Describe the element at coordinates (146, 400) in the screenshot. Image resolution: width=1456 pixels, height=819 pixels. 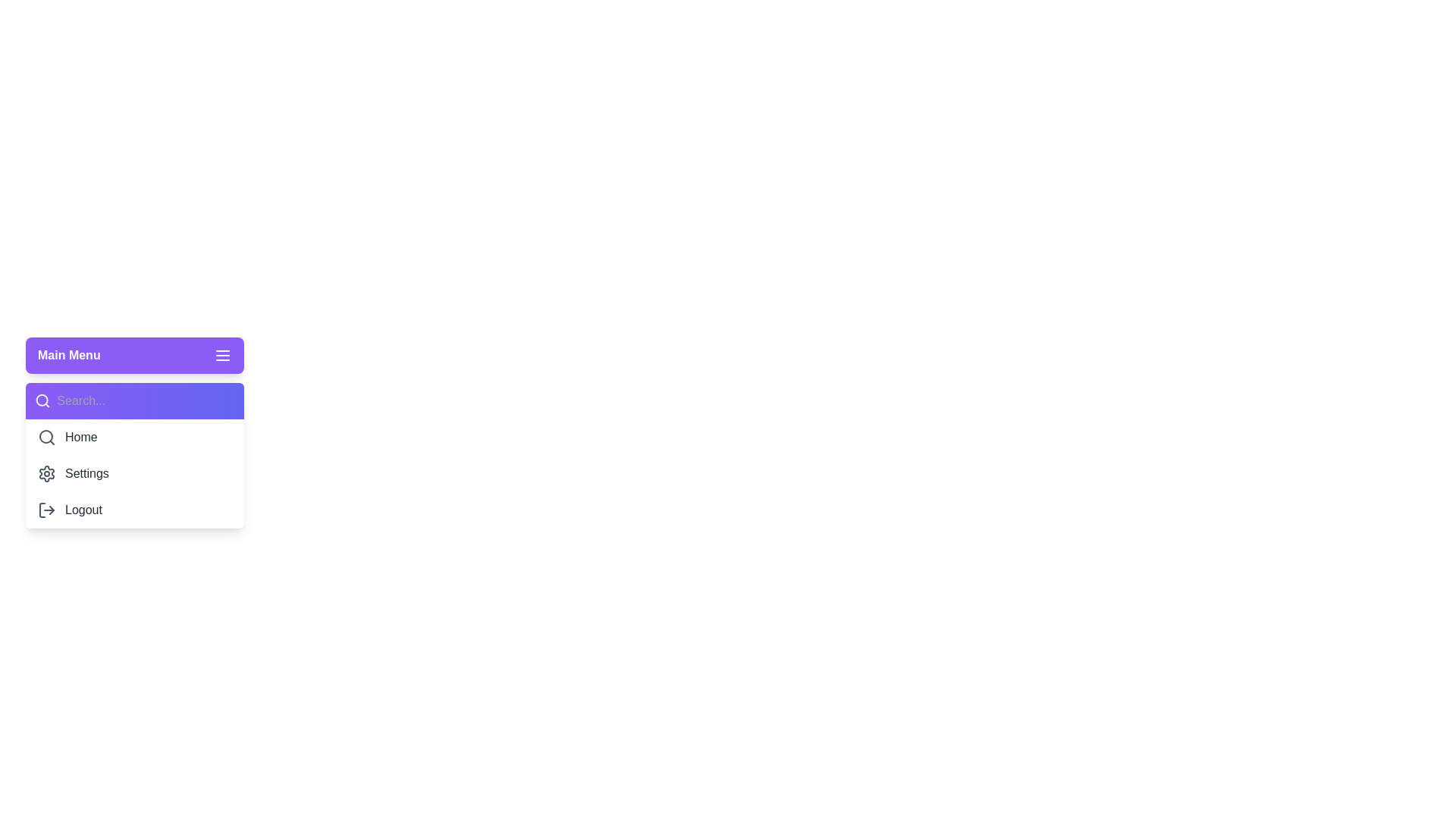
I see `the search input field to focus it` at that location.